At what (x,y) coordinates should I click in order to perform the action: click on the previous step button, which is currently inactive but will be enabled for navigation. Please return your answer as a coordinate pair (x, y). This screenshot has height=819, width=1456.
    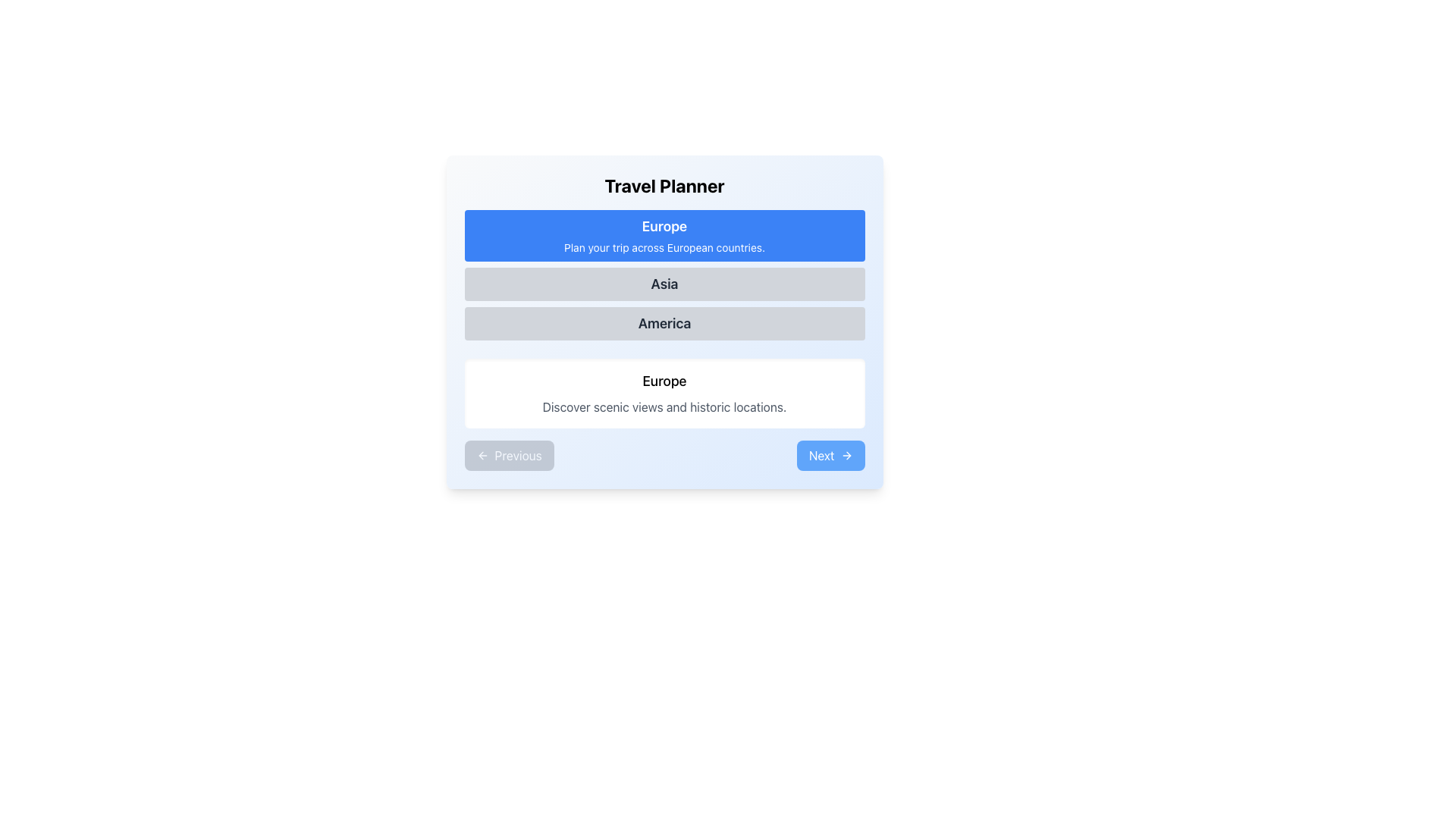
    Looking at the image, I should click on (509, 455).